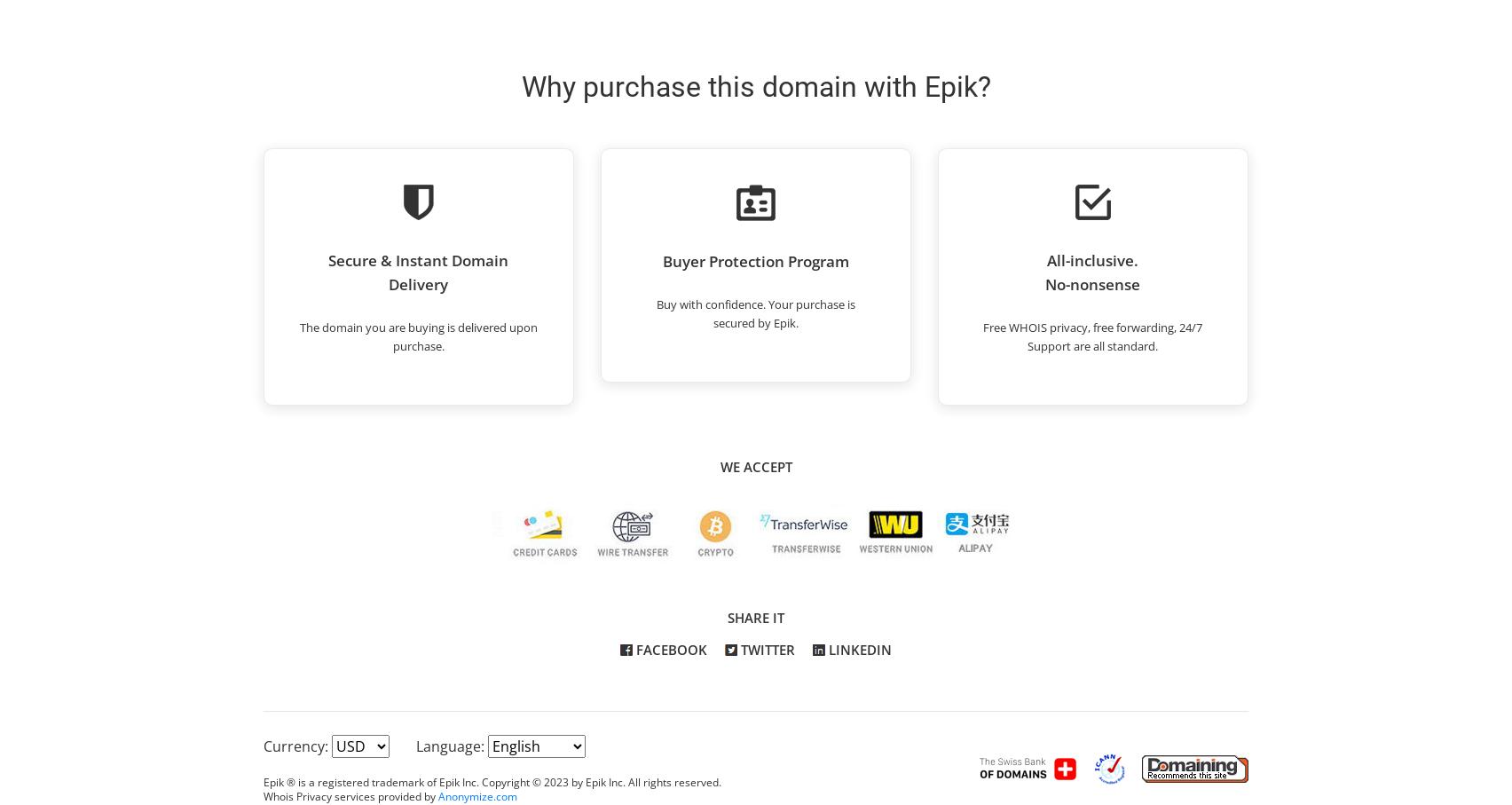  Describe the element at coordinates (756, 617) in the screenshot. I see `'Share it'` at that location.